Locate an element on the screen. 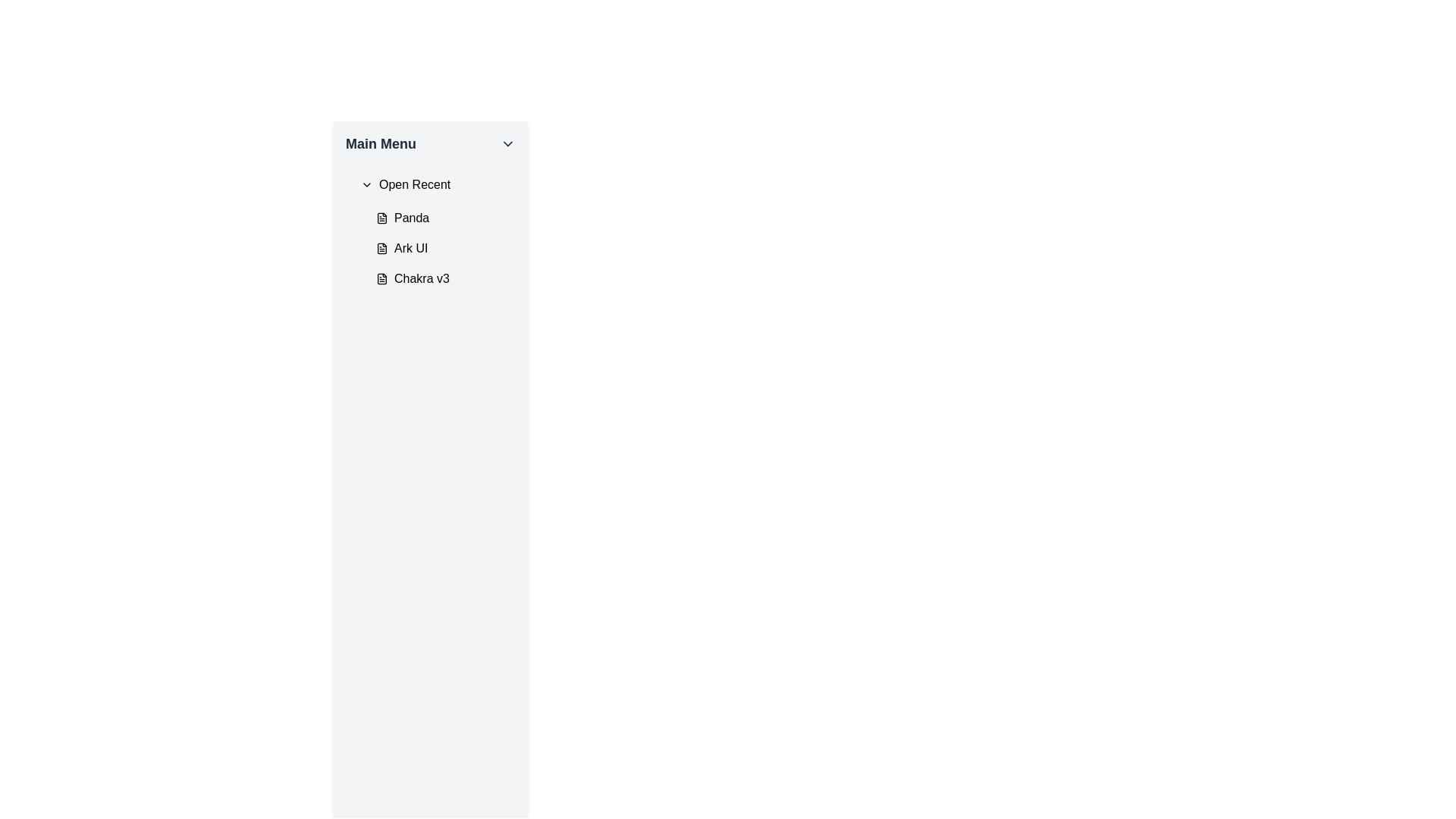 The image size is (1456, 819). the 'Chakra v3' menu option in the 'Open Recent' section of the Main Menu sidebar is located at coordinates (447, 278).